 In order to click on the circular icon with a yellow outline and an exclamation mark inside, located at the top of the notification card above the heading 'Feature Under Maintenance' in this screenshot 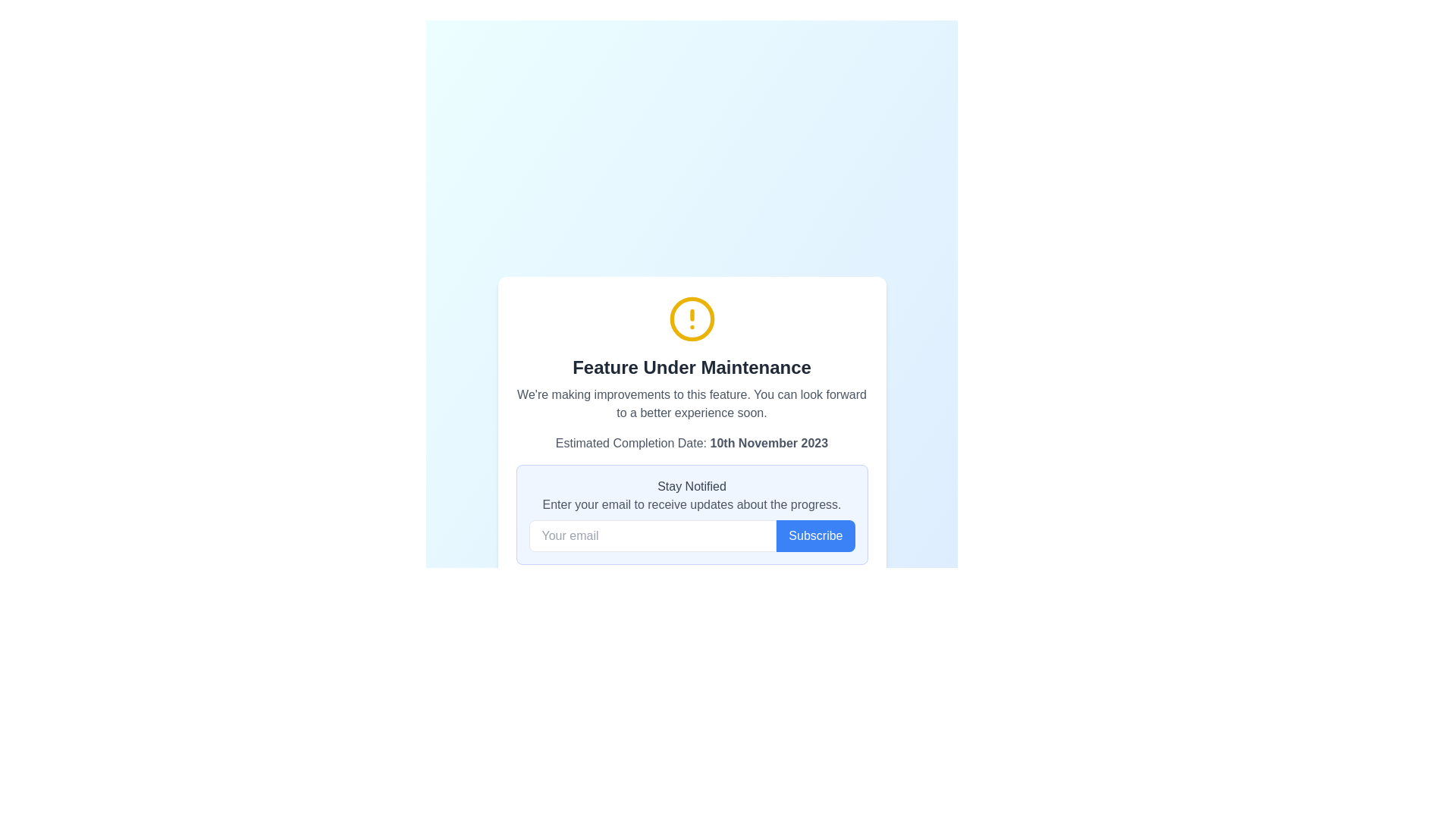, I will do `click(691, 318)`.